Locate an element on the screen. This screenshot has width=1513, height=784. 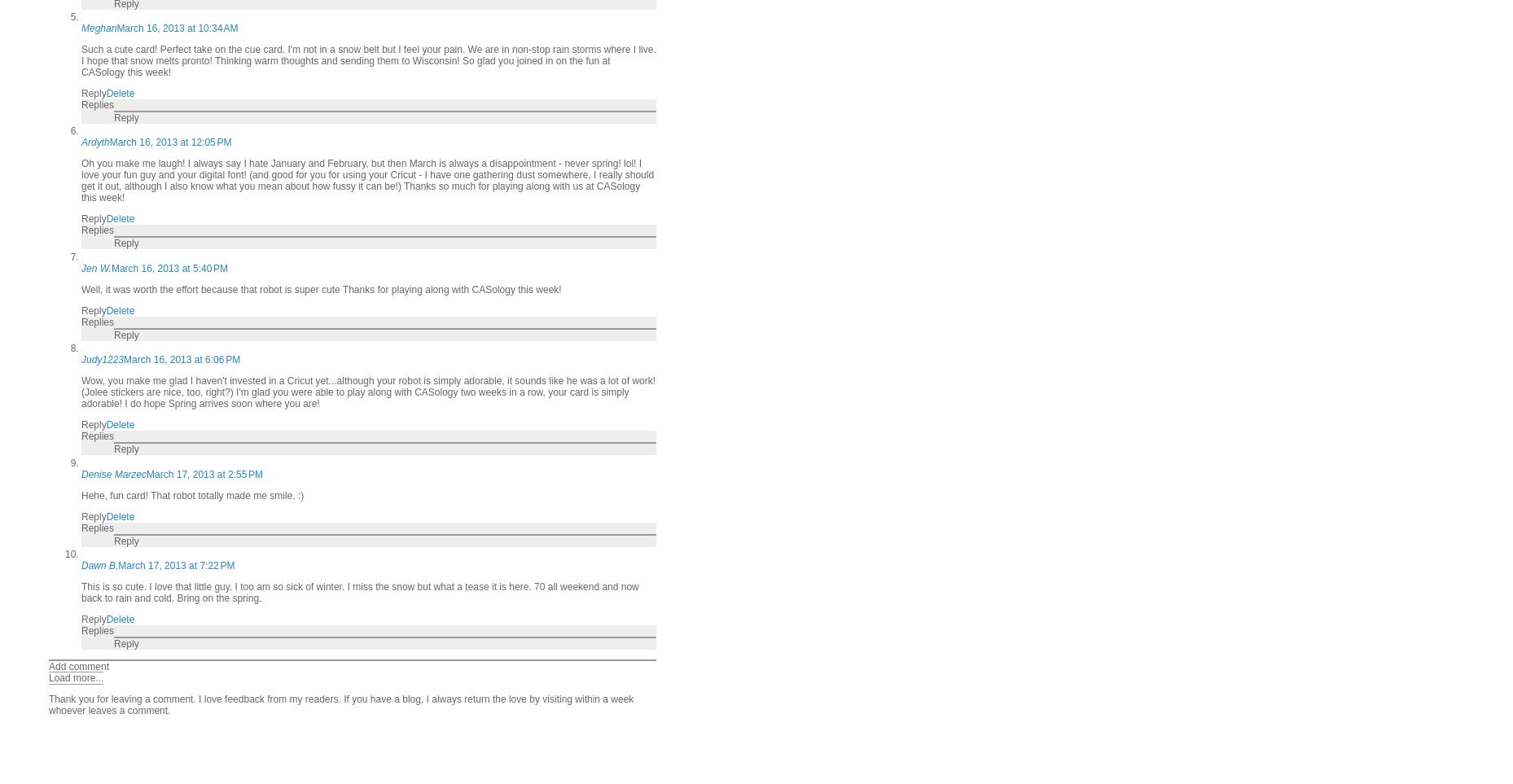
'Well, it was worth the effort because that robot is super cute  Thanks for playing along with CASology this week!' is located at coordinates (320, 287).